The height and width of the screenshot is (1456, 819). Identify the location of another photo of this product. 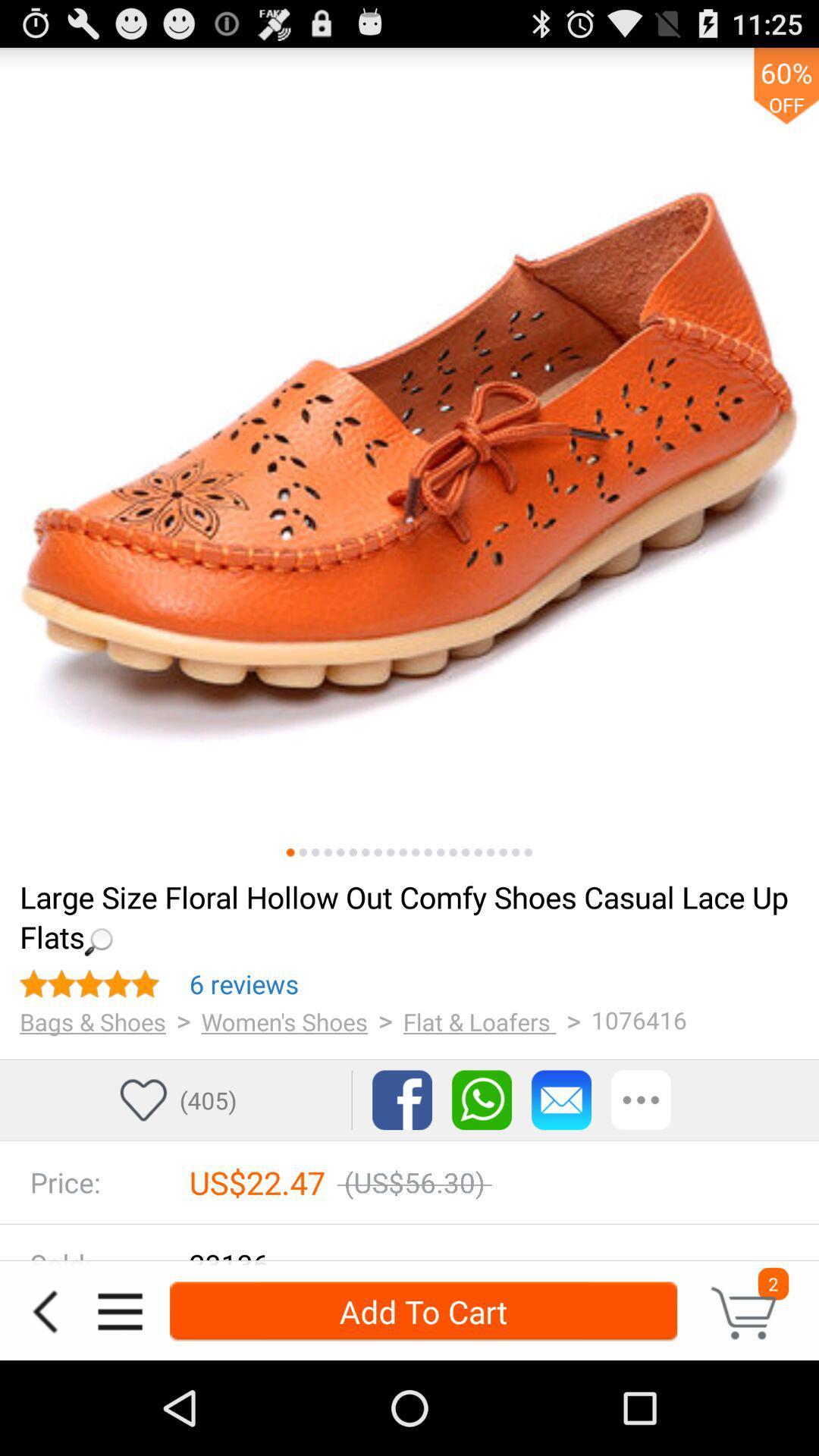
(390, 852).